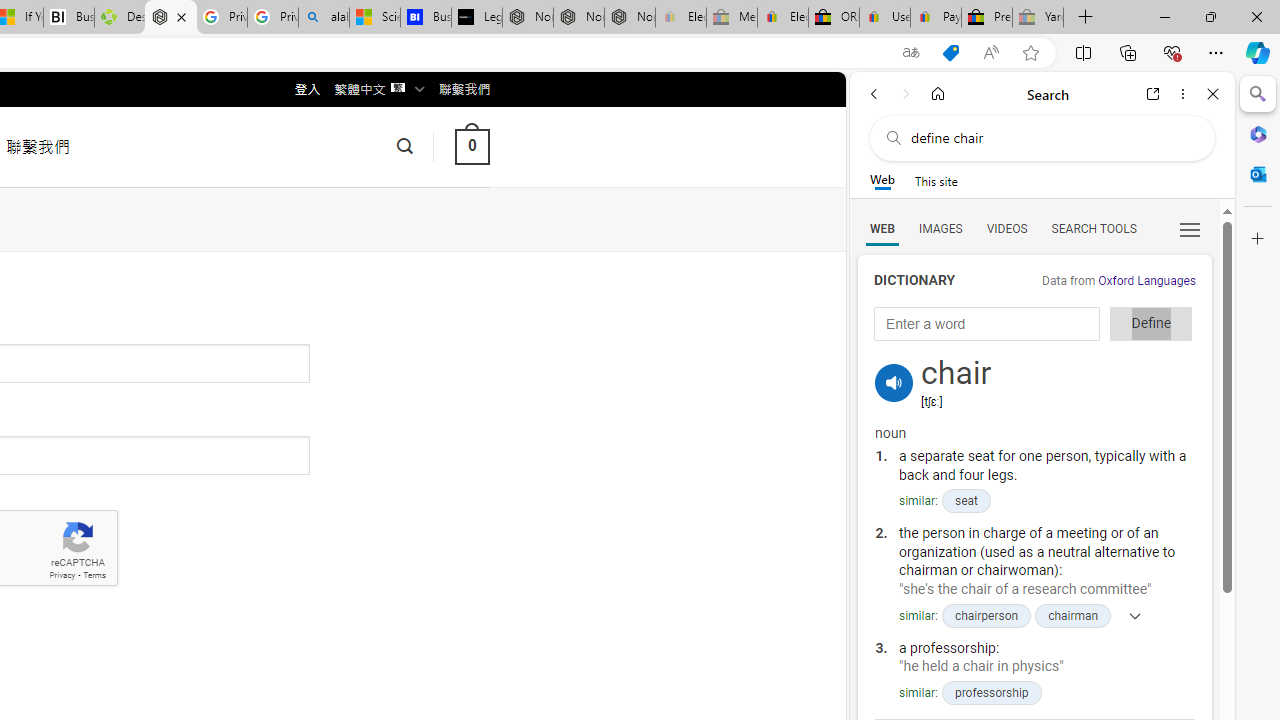  What do you see at coordinates (1072, 614) in the screenshot?
I see `'chairman'` at bounding box center [1072, 614].